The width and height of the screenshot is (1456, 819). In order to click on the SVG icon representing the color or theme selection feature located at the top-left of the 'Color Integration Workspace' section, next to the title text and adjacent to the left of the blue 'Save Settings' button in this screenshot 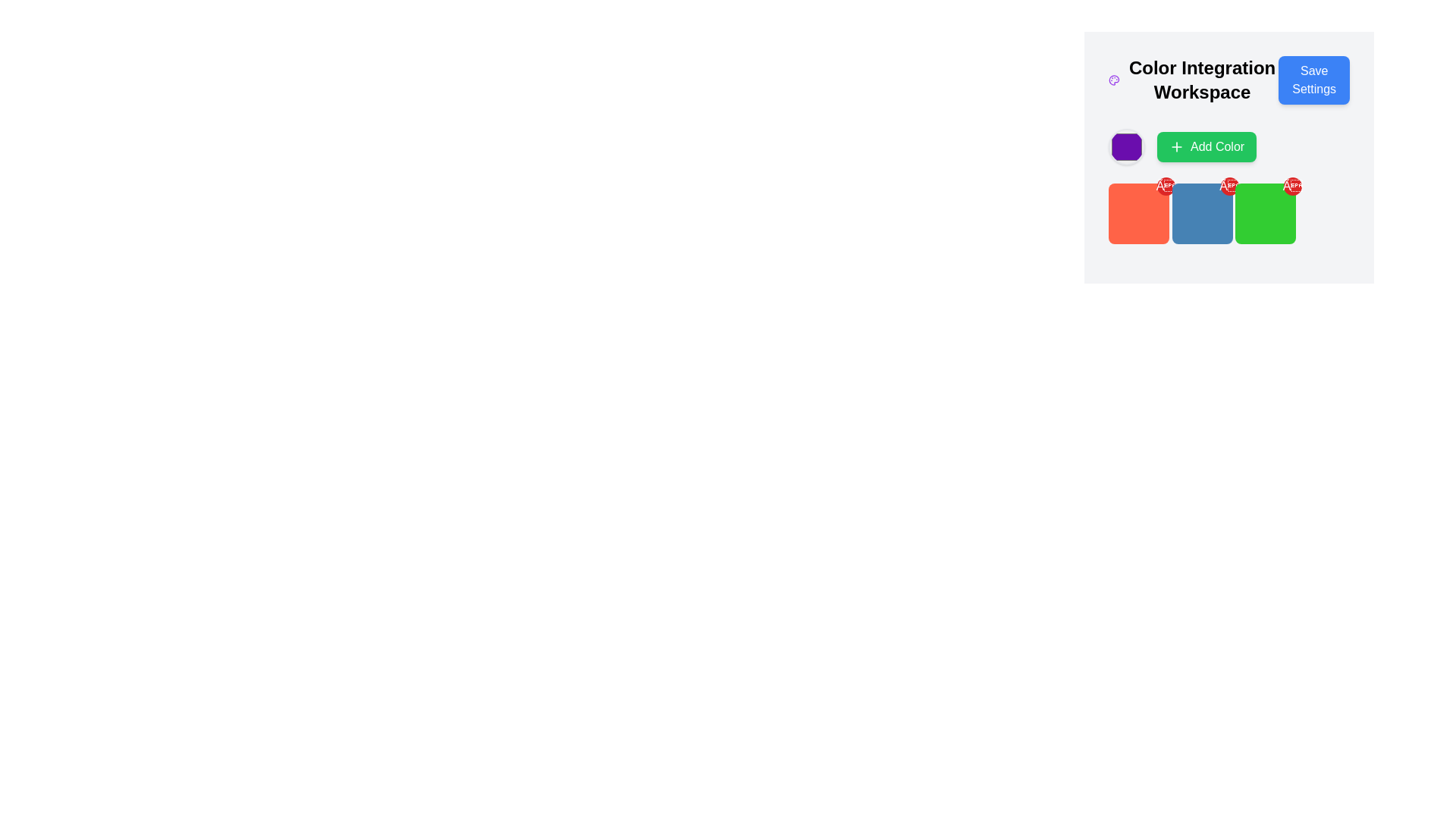, I will do `click(1114, 80)`.